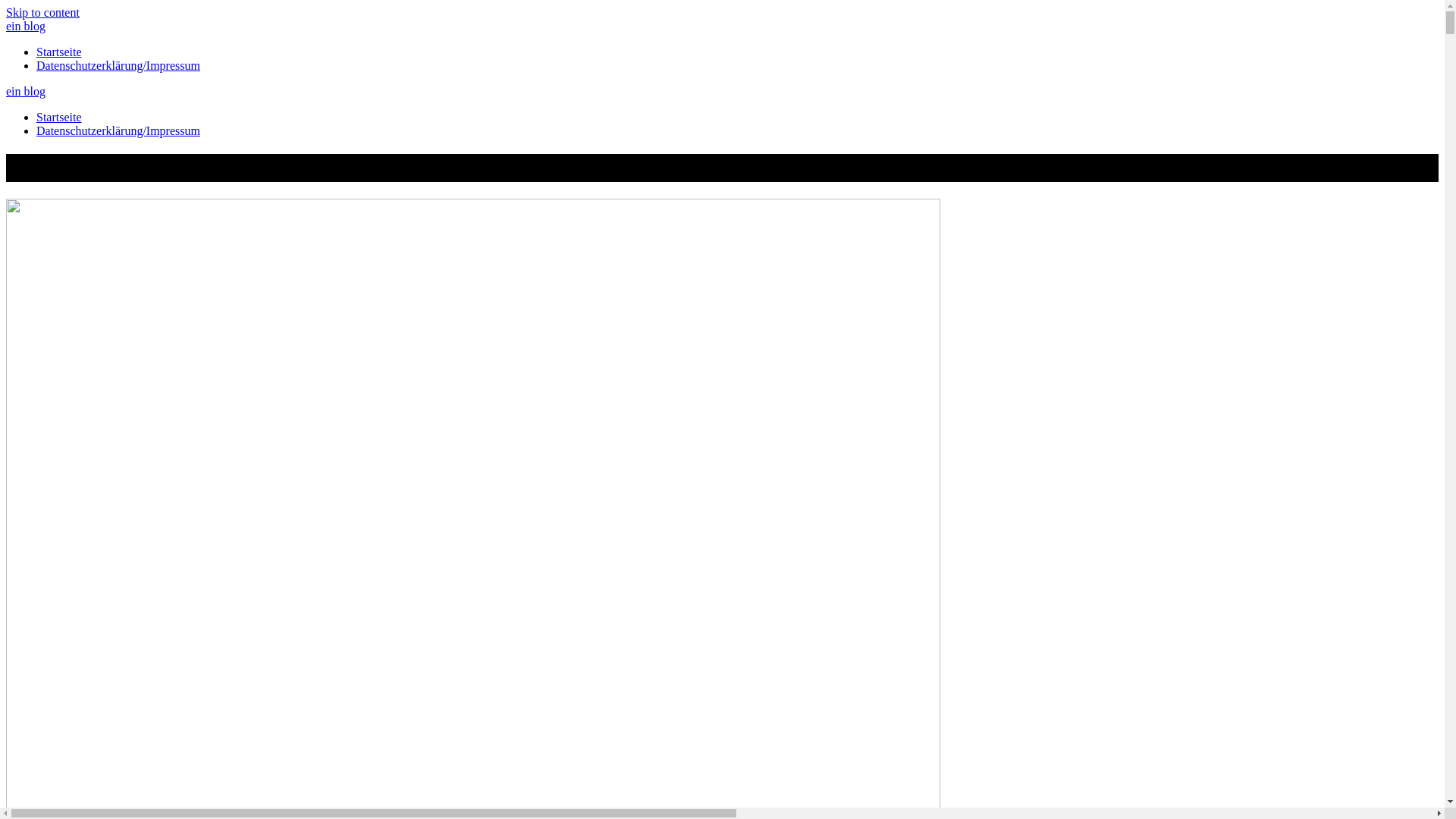 This screenshot has width=1456, height=819. I want to click on 'ein blog', so click(25, 91).